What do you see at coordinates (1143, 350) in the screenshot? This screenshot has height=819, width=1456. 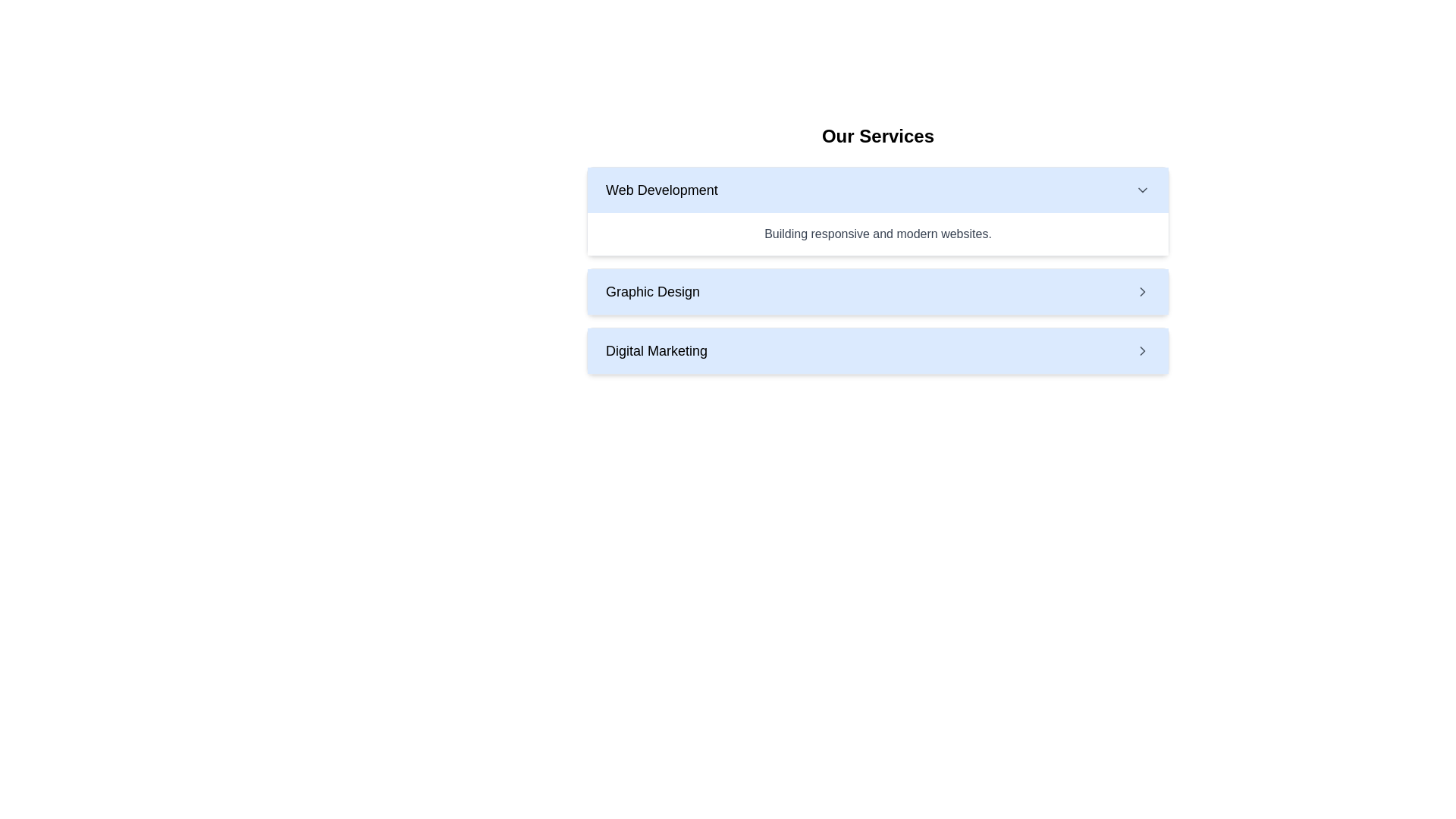 I see `the right-pointing chevron arrow icon in the 'Digital Marketing' section` at bounding box center [1143, 350].